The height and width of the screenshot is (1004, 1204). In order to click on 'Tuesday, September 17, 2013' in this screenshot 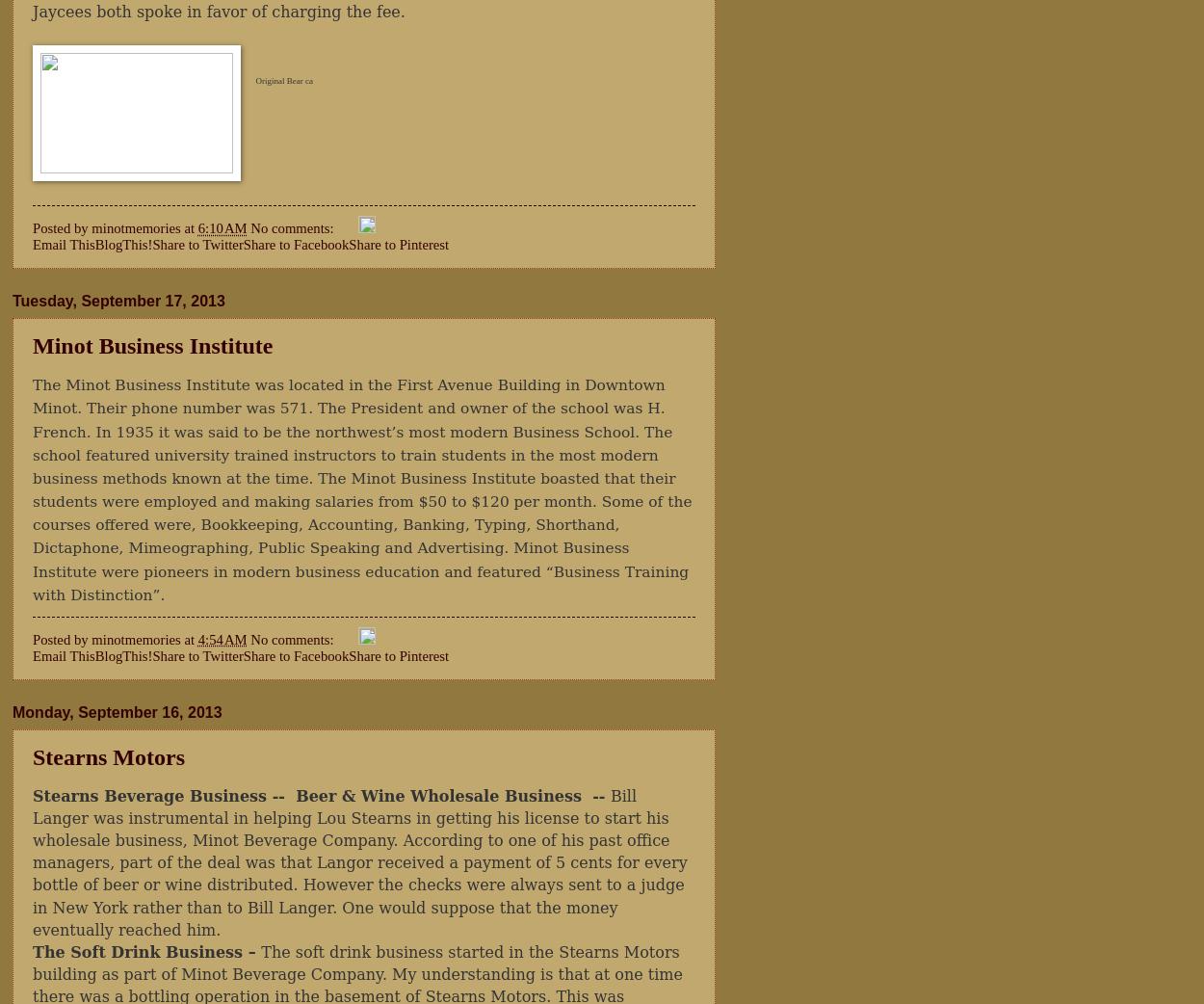, I will do `click(118, 301)`.